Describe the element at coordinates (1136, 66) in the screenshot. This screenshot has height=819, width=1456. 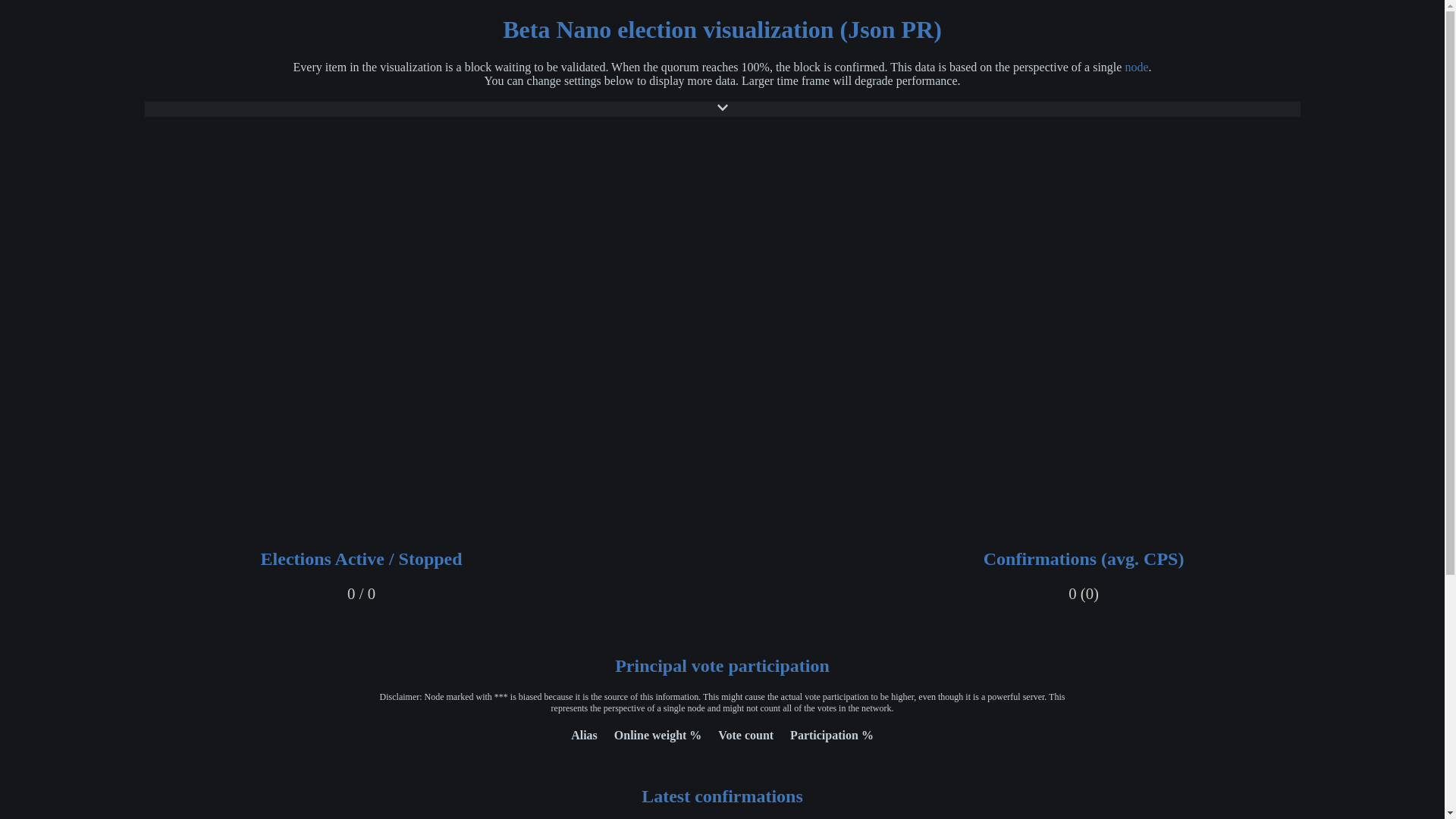
I see `'node'` at that location.